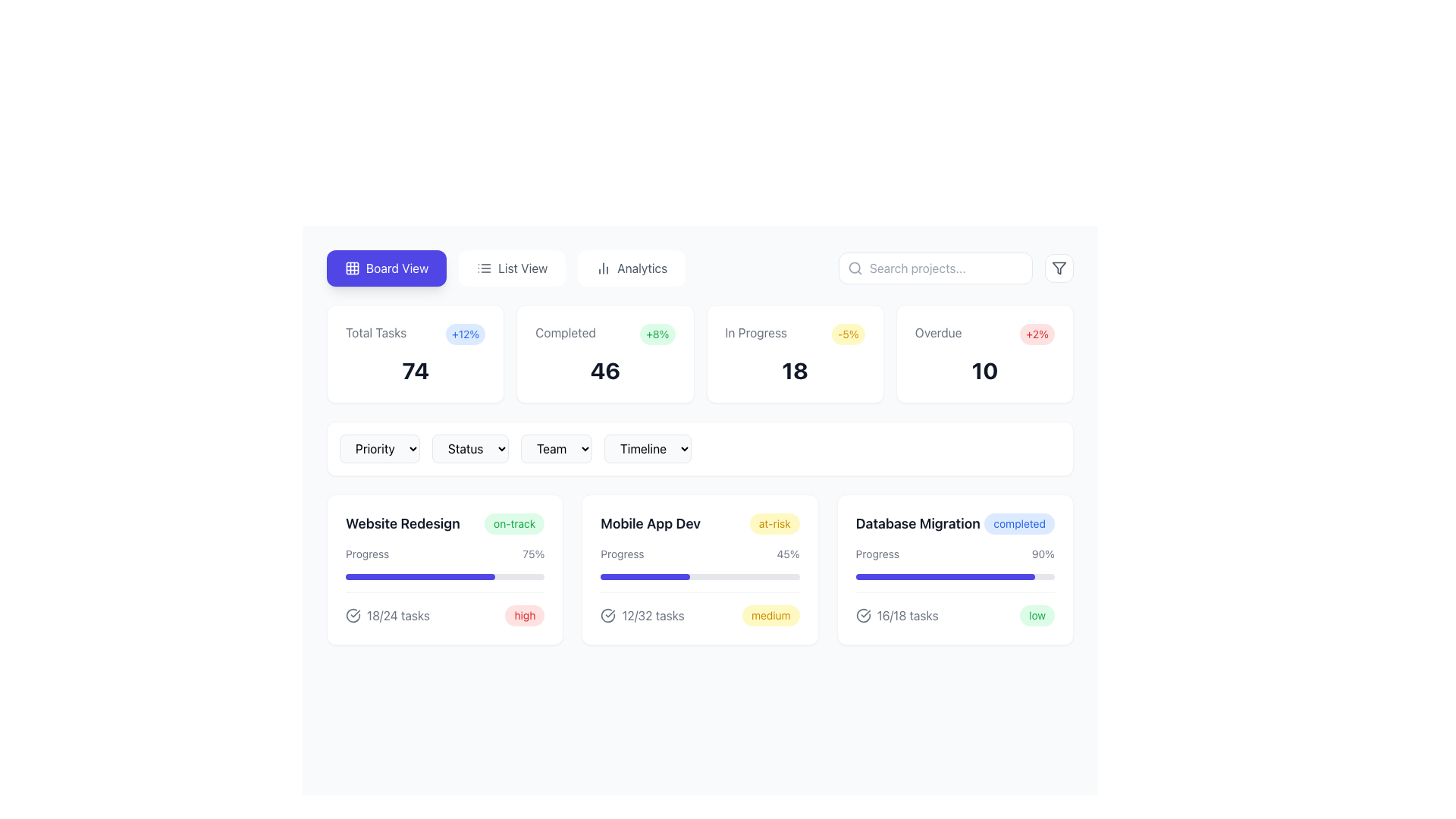 Image resolution: width=1456 pixels, height=819 pixels. I want to click on text content of the text label displaying 'Mobile App Dev', which is styled in bold and dark gray against a white background, located centrally between 'Website Redesign' and 'Database Migration', so click(651, 522).